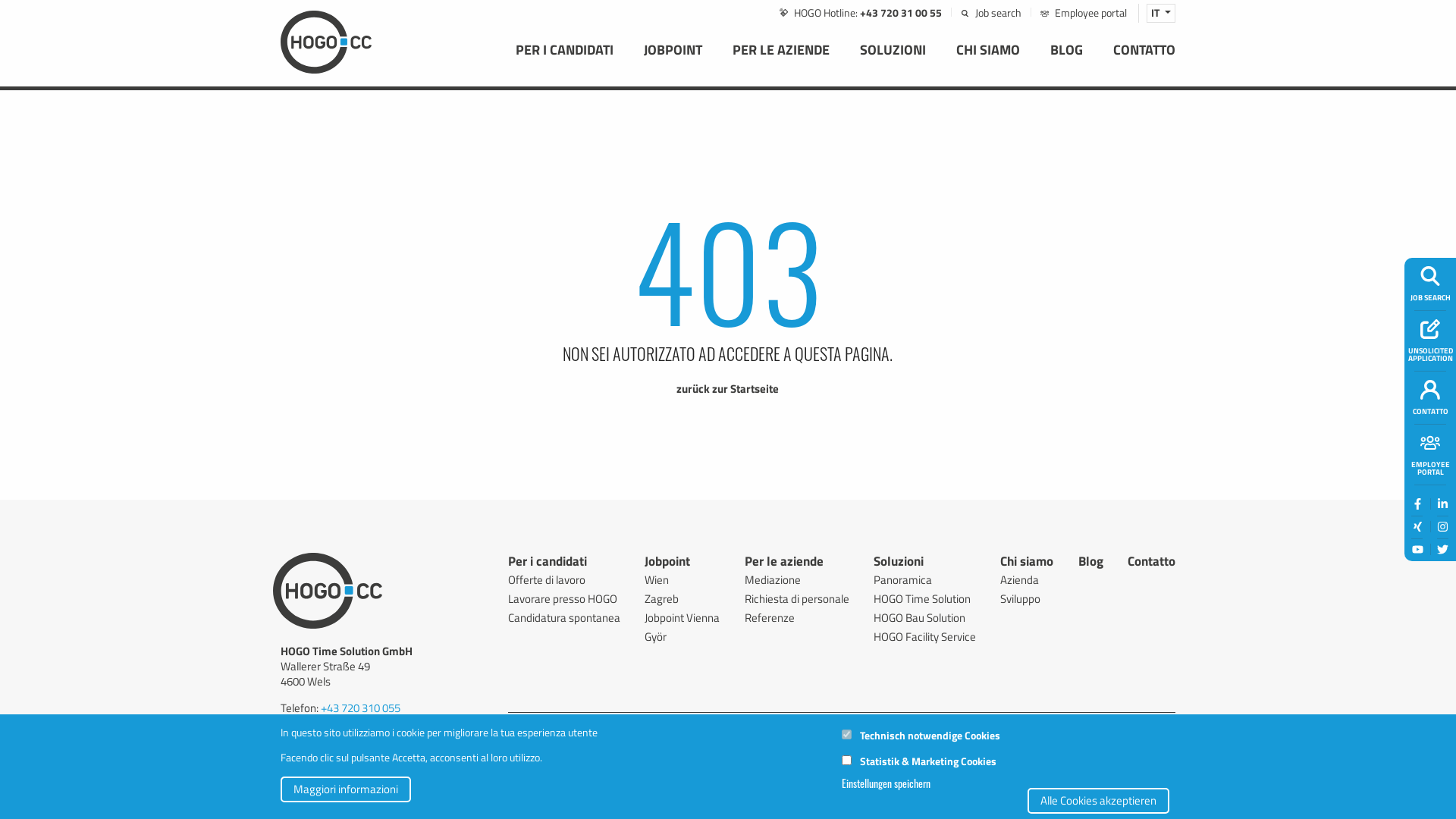  Describe the element at coordinates (667, 563) in the screenshot. I see `'Jobpoint'` at that location.